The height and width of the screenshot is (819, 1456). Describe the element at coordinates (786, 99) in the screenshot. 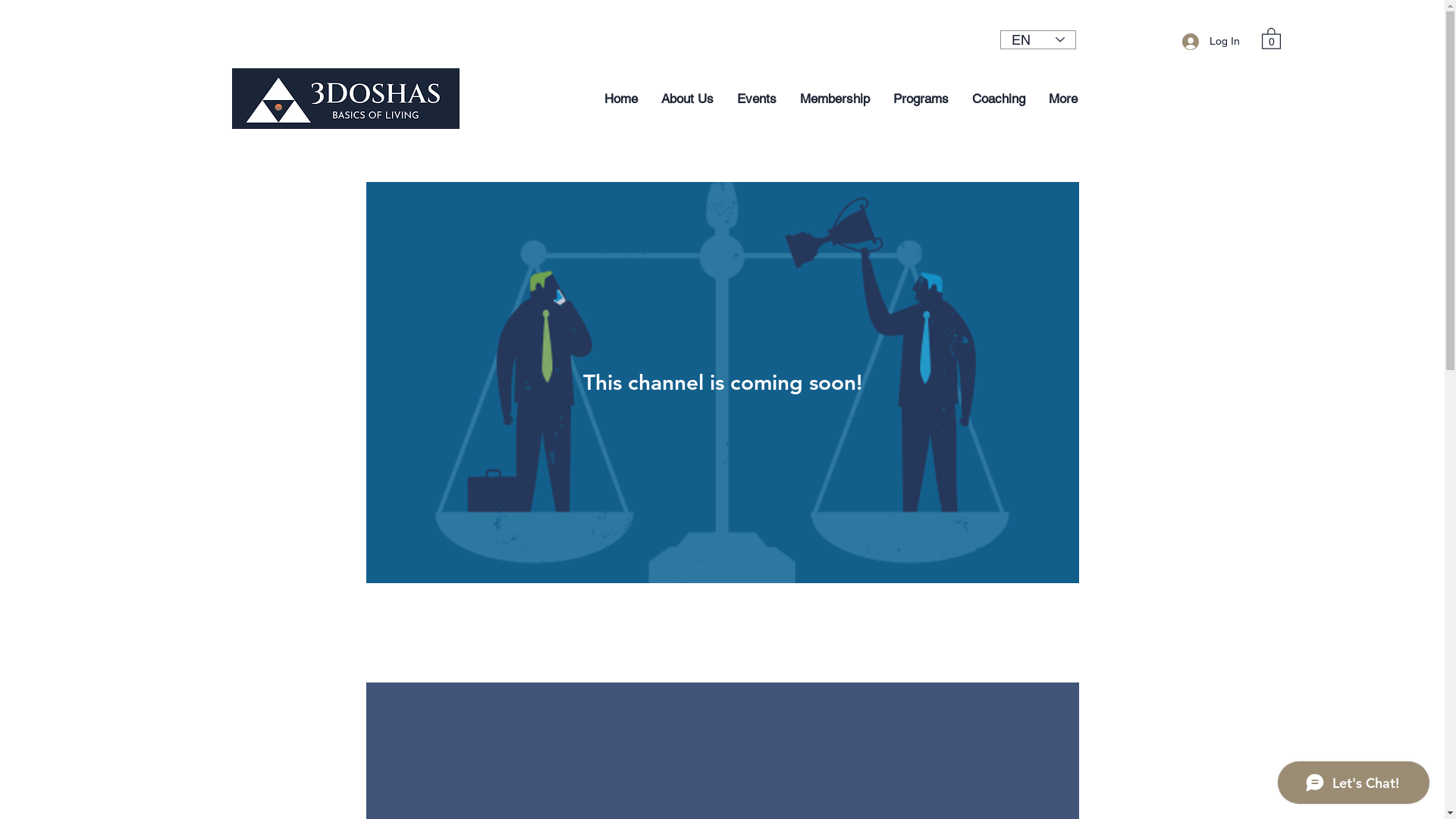

I see `'Membership'` at that location.